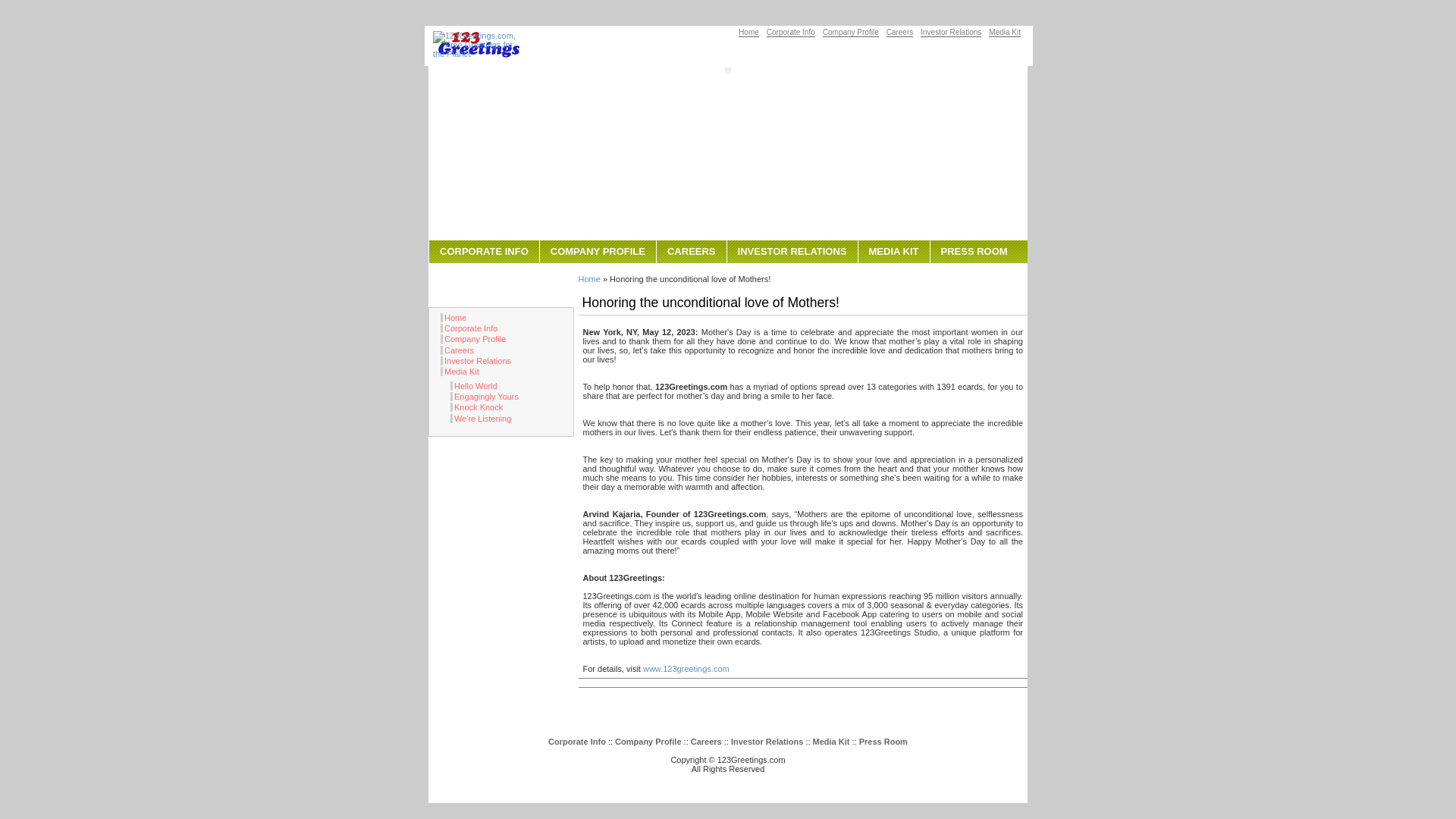 This screenshot has height=819, width=1456. I want to click on 'Media Kit', so click(459, 371).